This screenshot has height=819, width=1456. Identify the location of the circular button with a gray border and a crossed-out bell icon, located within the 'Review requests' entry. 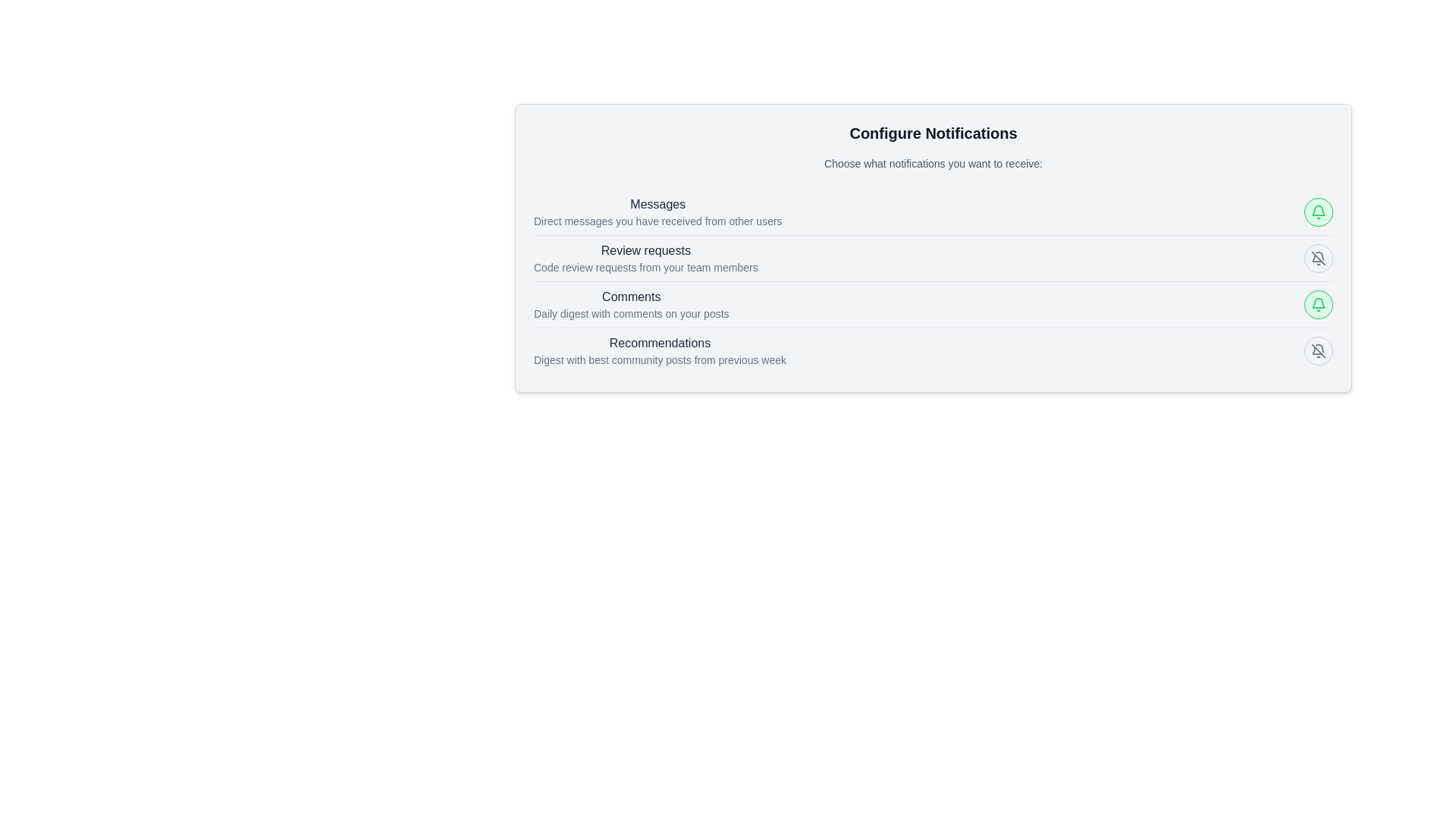
(1317, 257).